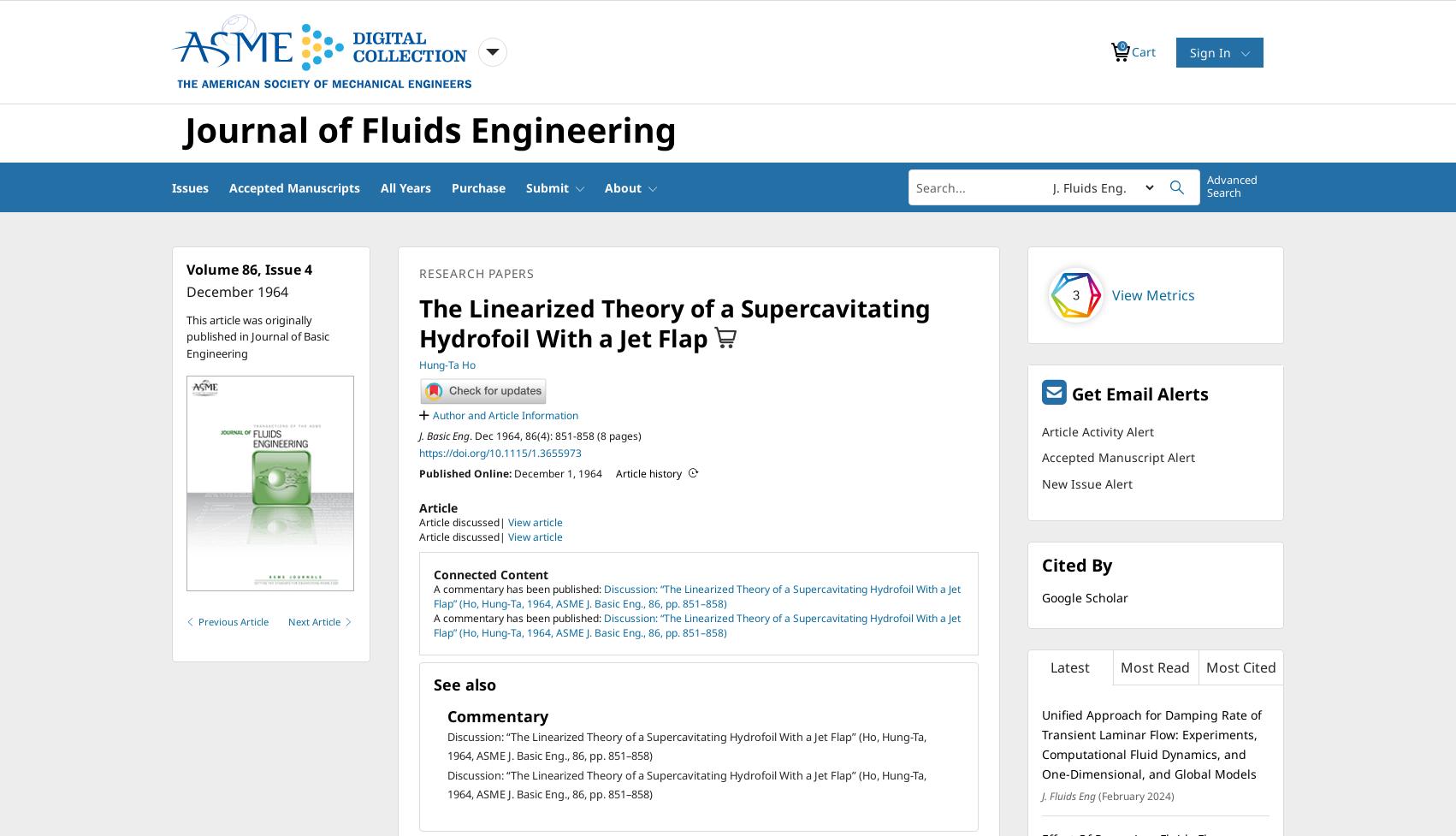 The width and height of the screenshot is (1456, 836). What do you see at coordinates (1087, 482) in the screenshot?
I see `'New Issue Alert'` at bounding box center [1087, 482].